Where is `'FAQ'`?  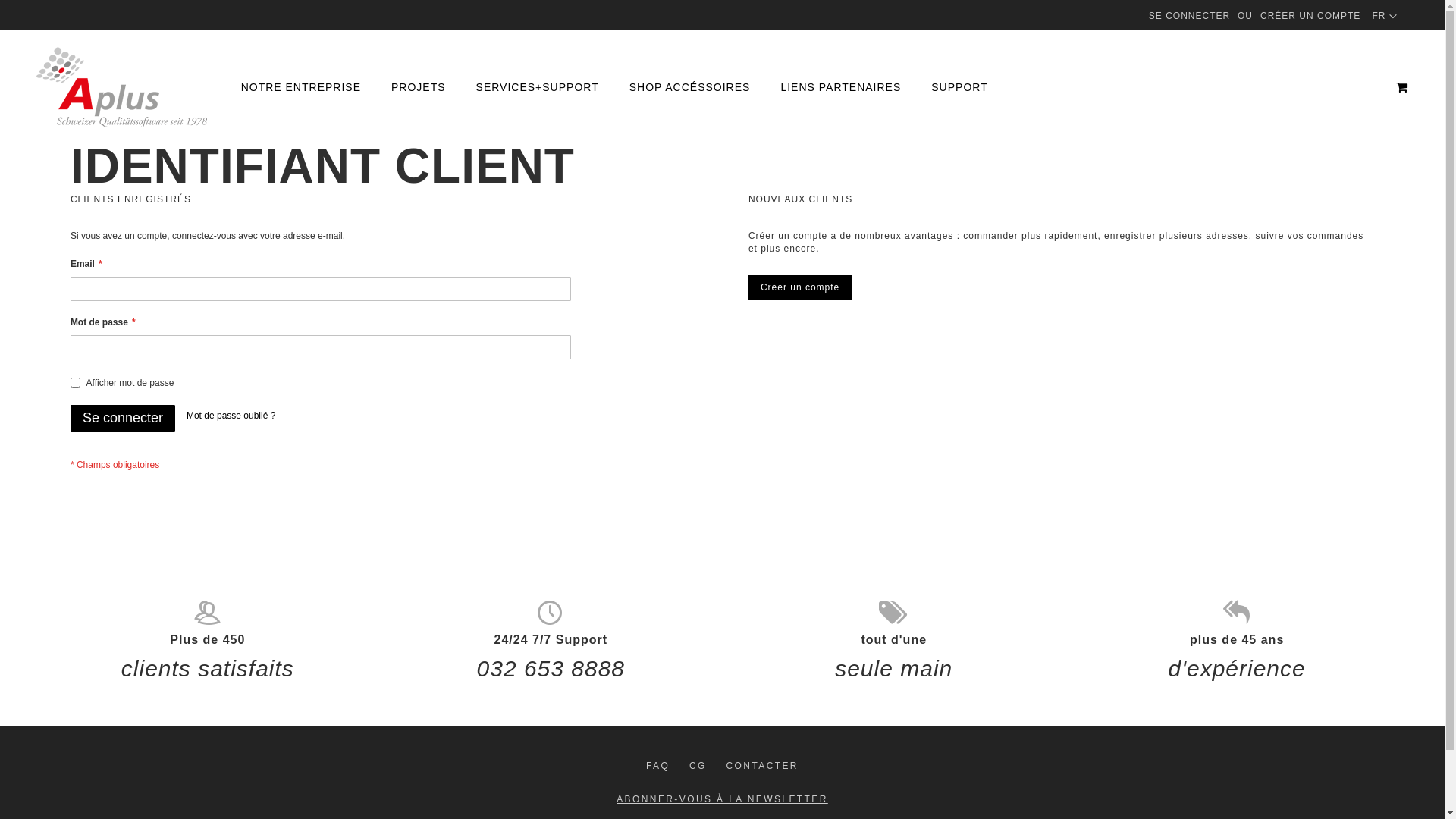 'FAQ' is located at coordinates (657, 766).